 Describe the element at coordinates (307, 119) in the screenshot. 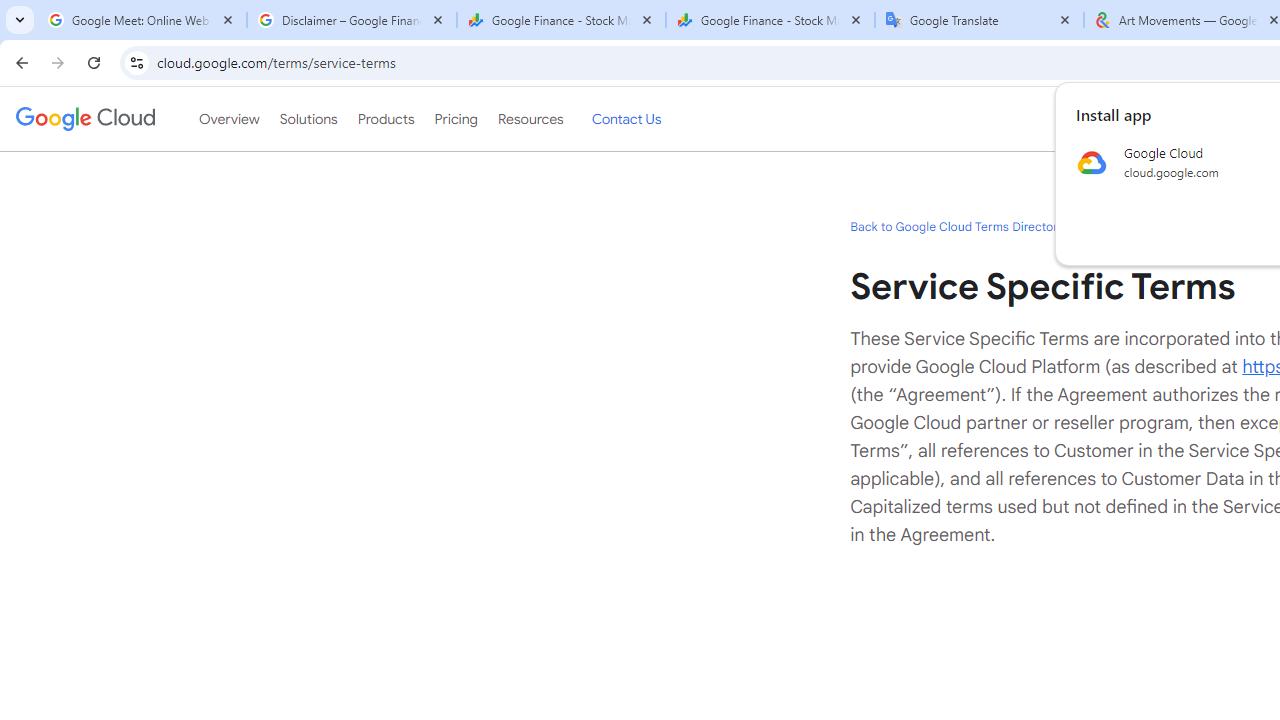

I see `'Solutions'` at that location.